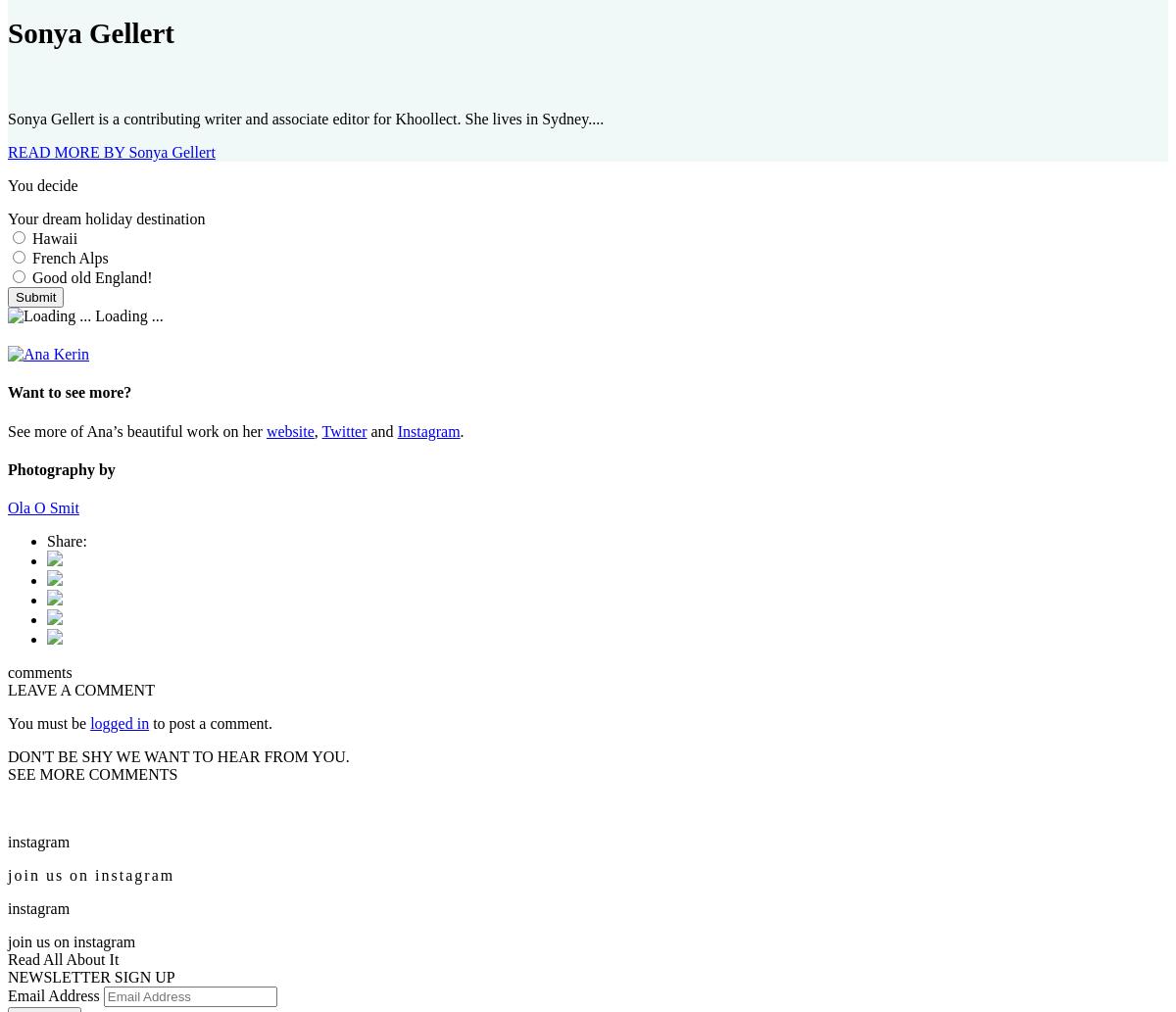  Describe the element at coordinates (428, 430) in the screenshot. I see `'Instagram'` at that location.